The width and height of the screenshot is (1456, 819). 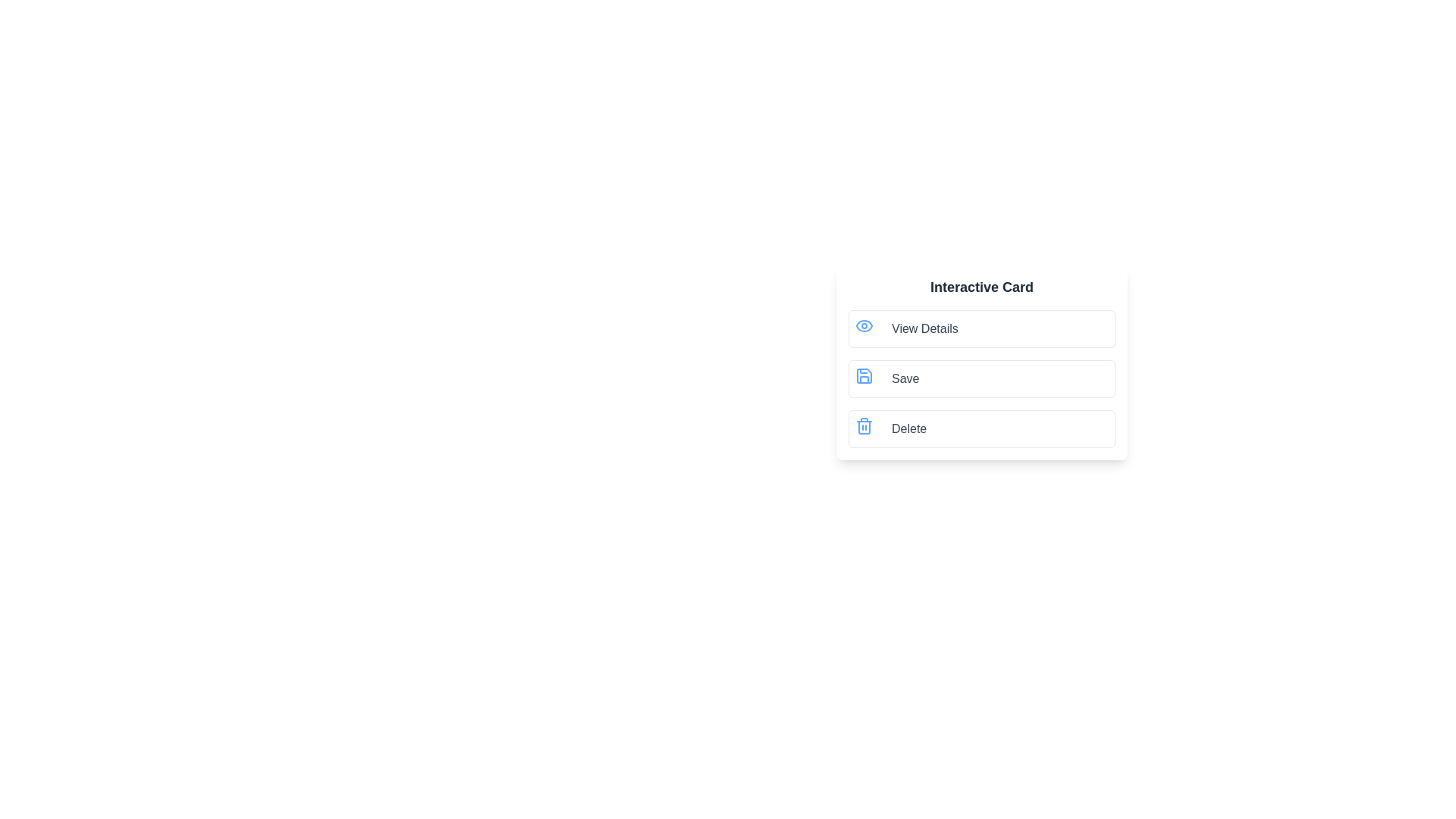 What do you see at coordinates (982, 378) in the screenshot?
I see `the 'Save' button, which is the second button in the list of three buttons within the 'Interactive Card'` at bounding box center [982, 378].